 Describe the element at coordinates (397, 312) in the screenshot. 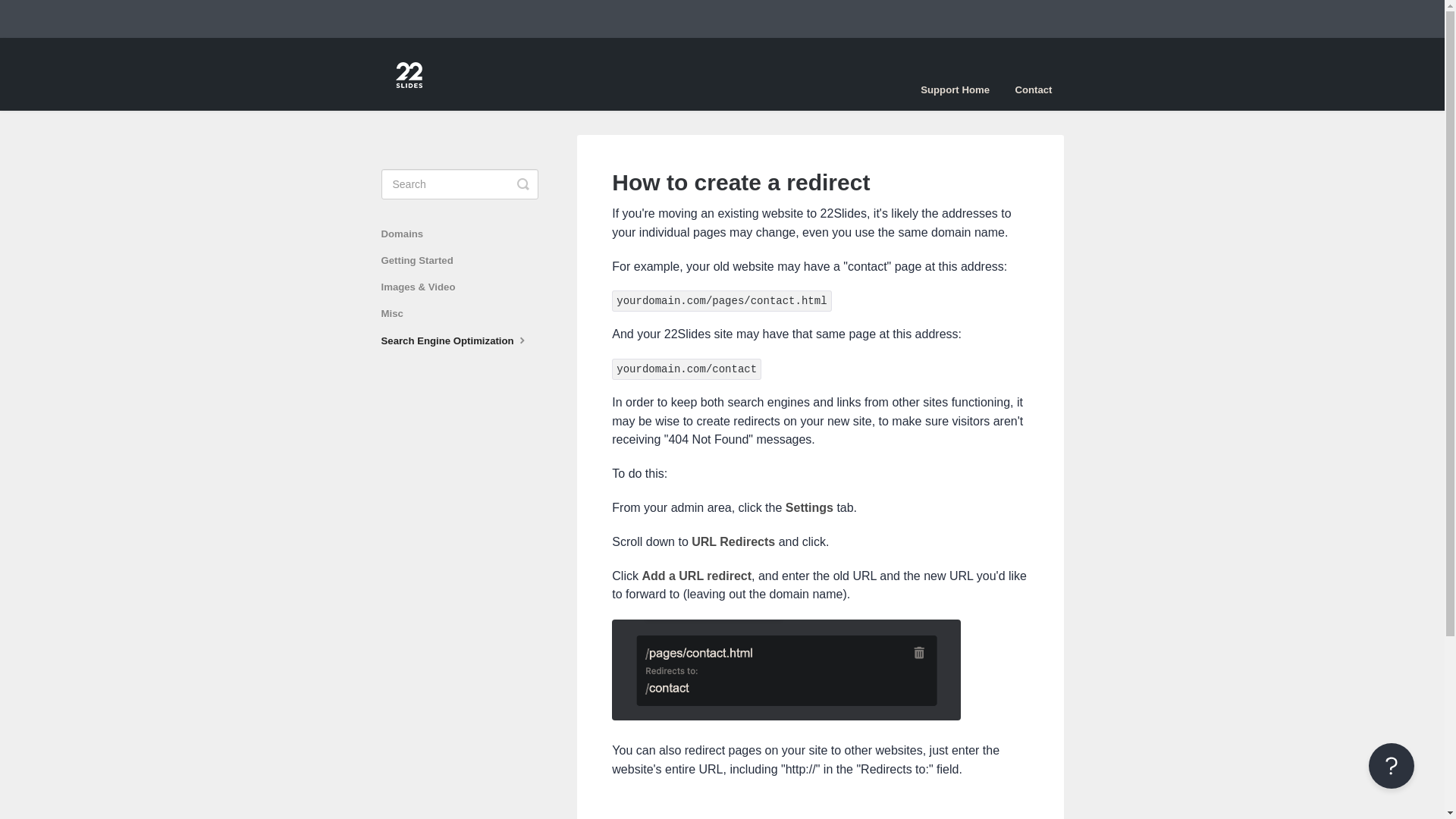

I see `'Misc'` at that location.